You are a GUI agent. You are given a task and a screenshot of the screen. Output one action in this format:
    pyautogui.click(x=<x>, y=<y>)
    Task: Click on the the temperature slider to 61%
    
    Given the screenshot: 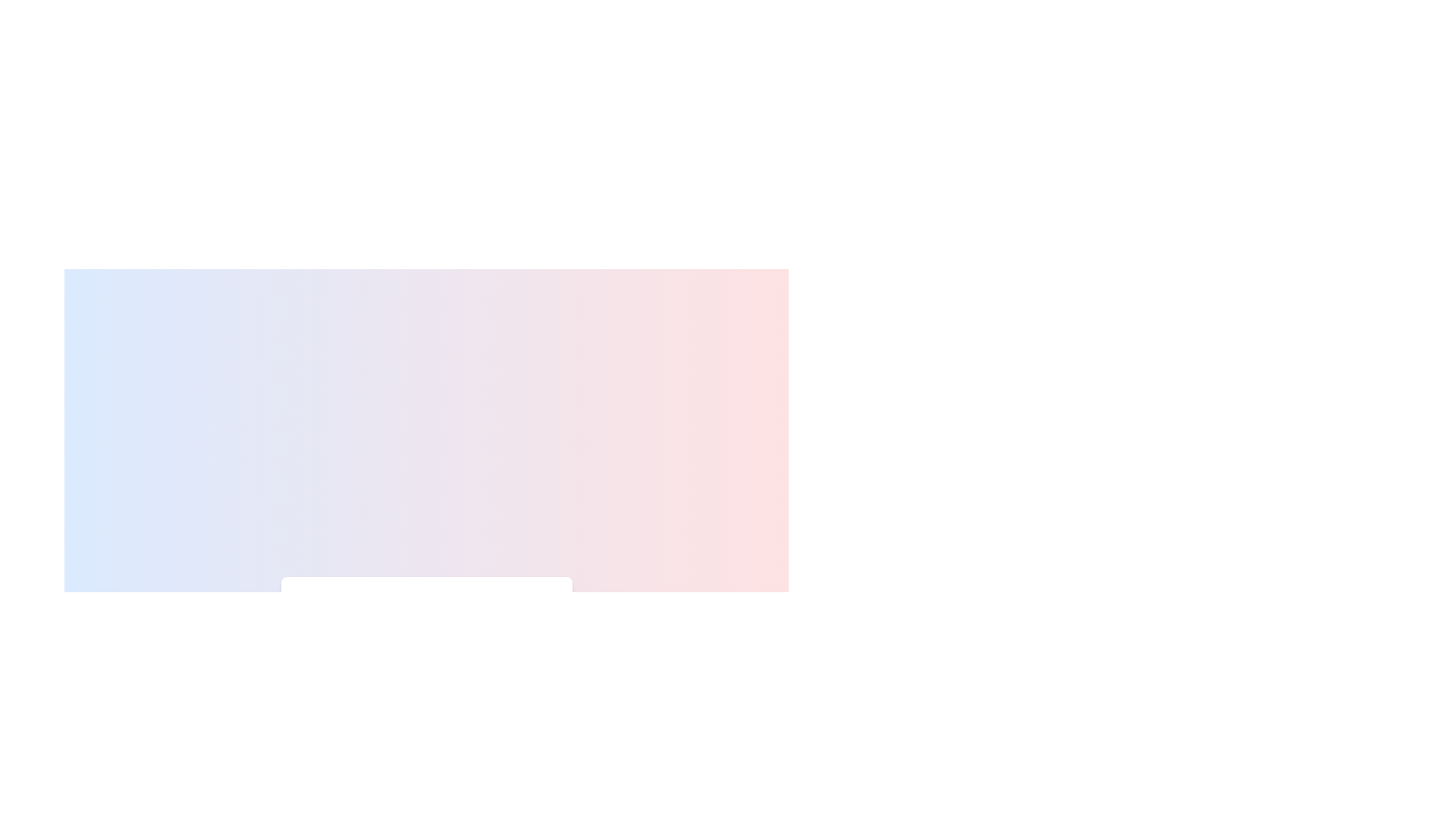 What is the action you would take?
    pyautogui.click(x=453, y=652)
    